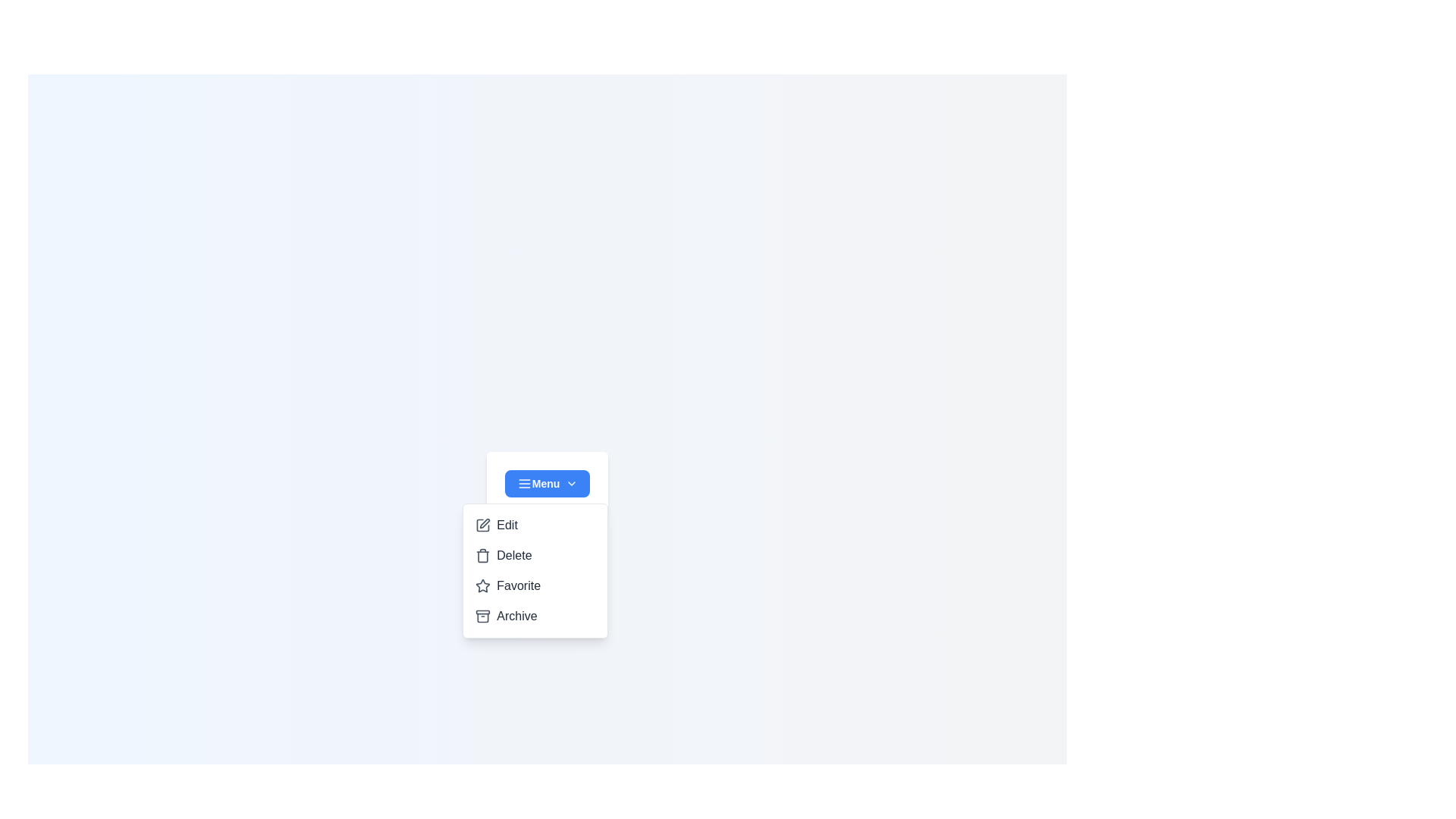  Describe the element at coordinates (535, 617) in the screenshot. I see `the menu item Archive` at that location.